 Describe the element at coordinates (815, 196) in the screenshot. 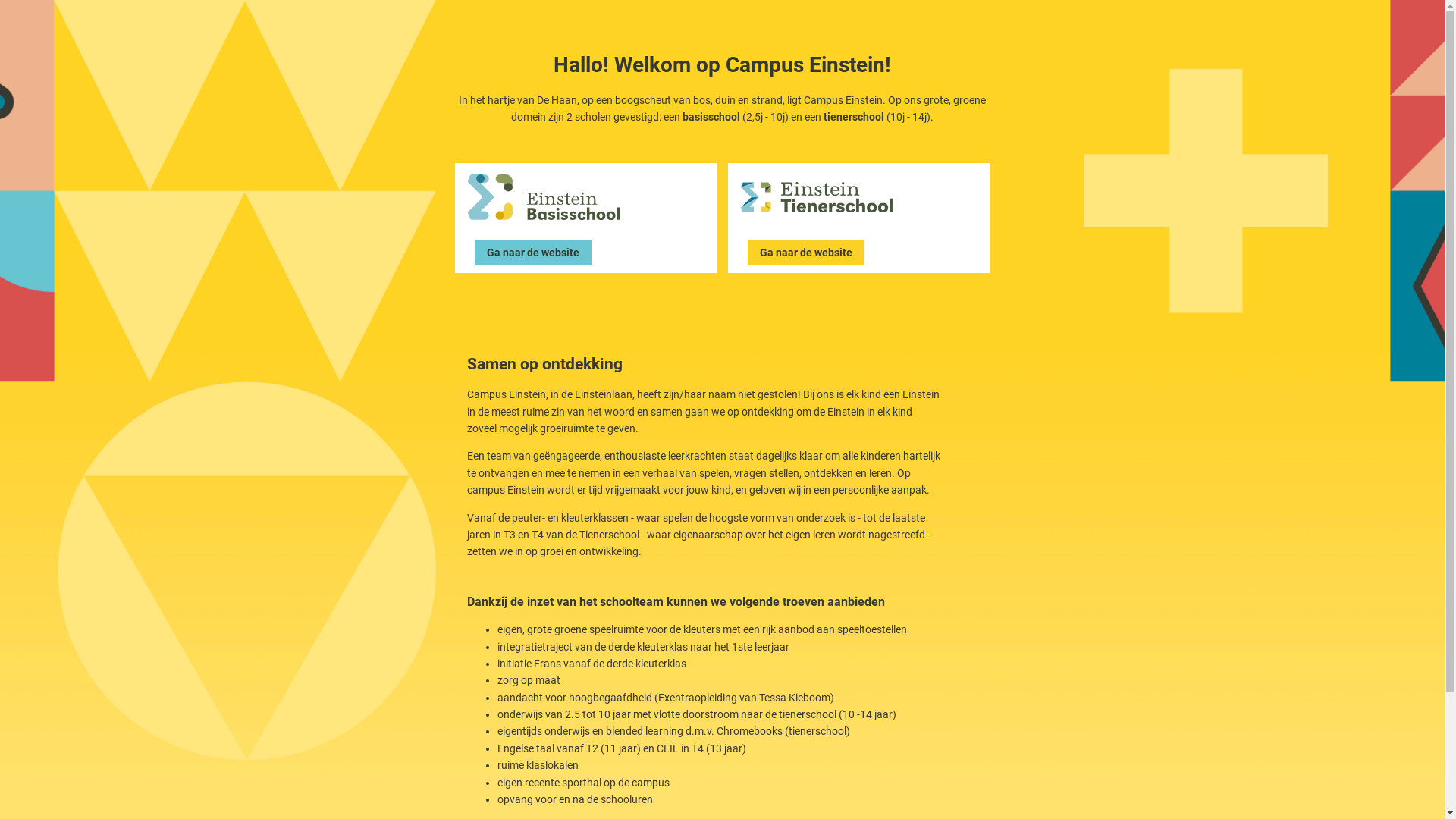

I see `'Logo Einstein Tienerschool'` at that location.